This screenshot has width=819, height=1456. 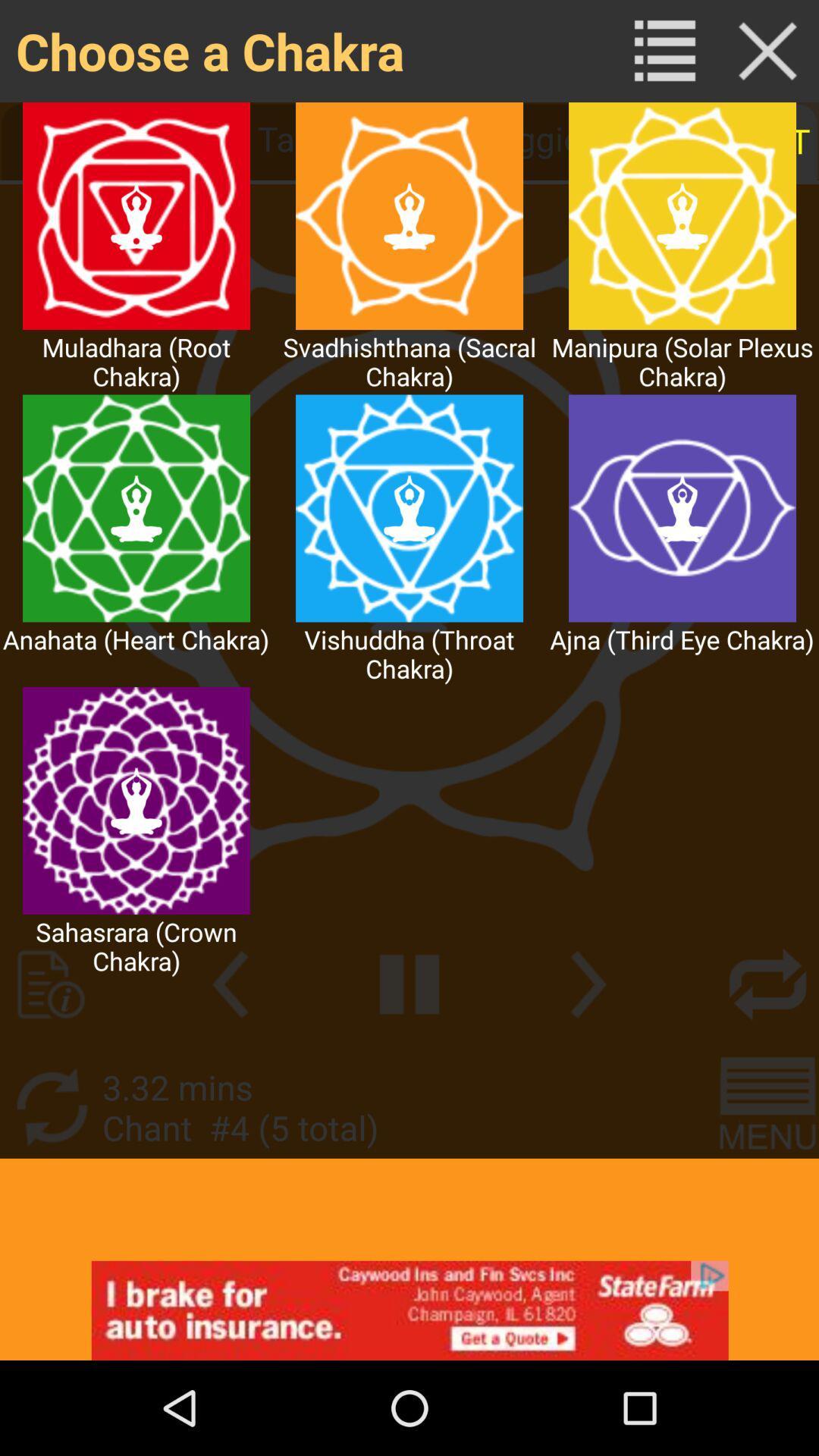 I want to click on the pause icon, so click(x=409, y=1053).